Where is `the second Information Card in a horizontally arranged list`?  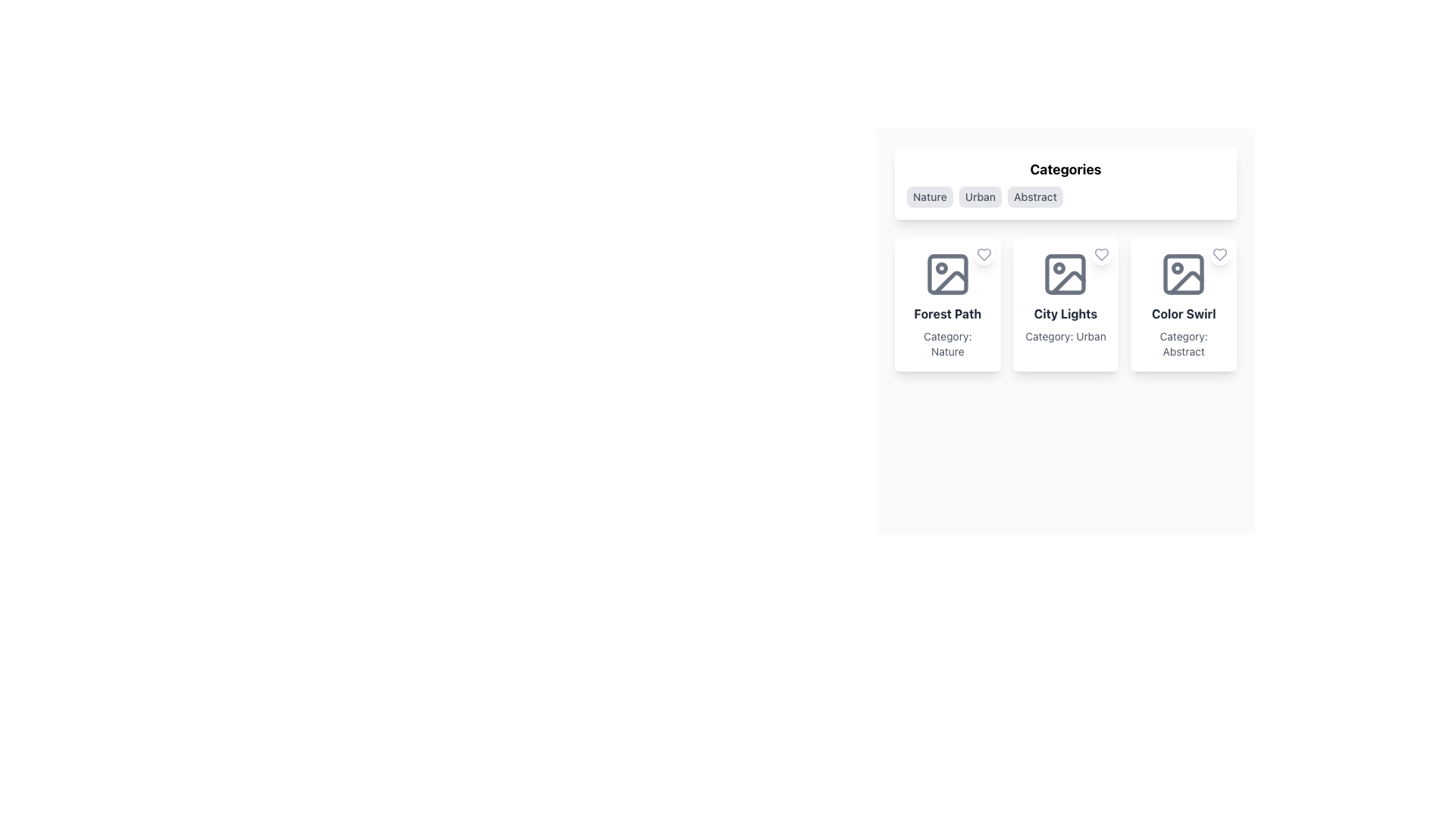
the second Information Card in a horizontally arranged list is located at coordinates (1065, 297).